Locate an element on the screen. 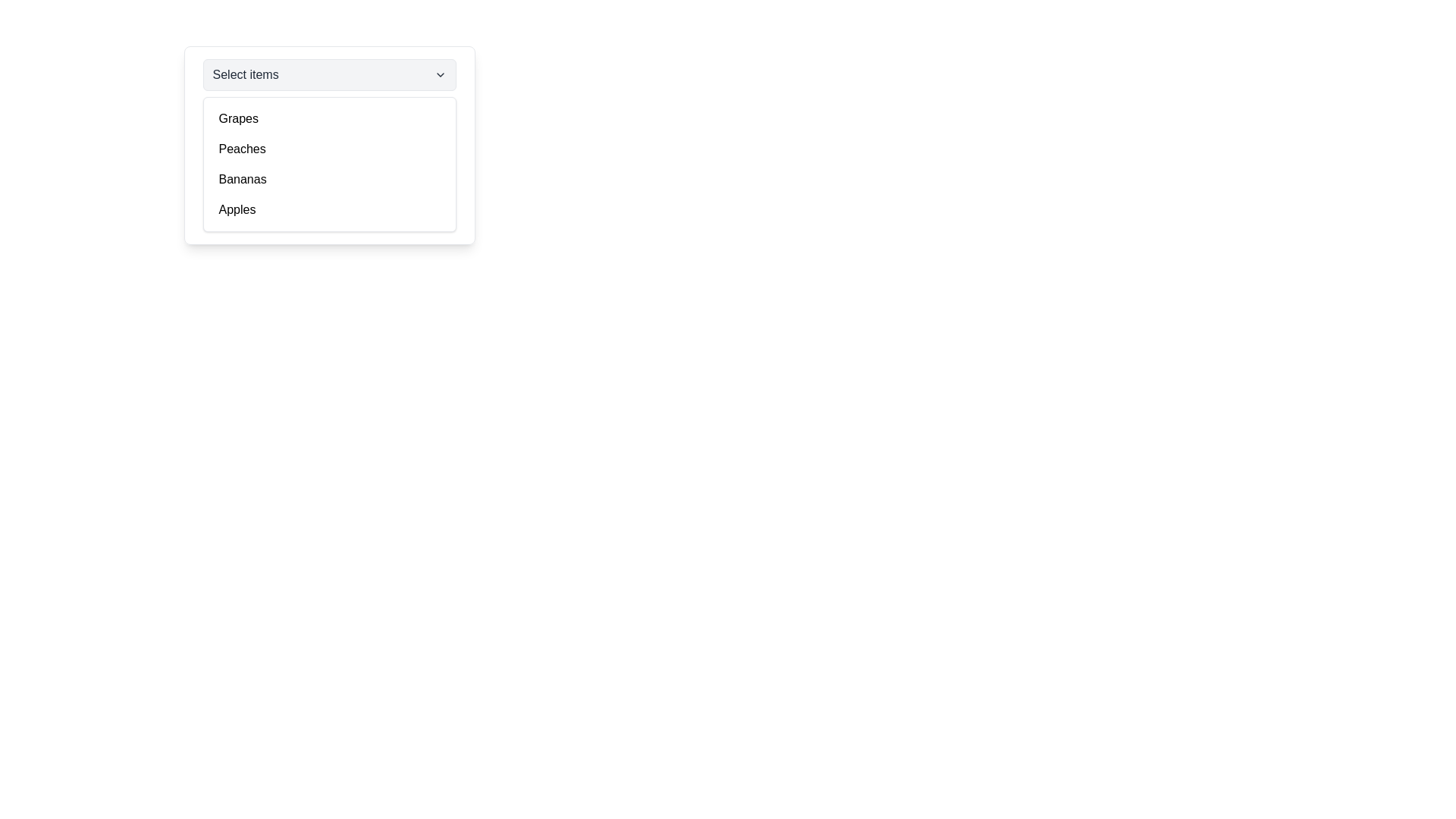 The width and height of the screenshot is (1456, 819). to select the 'Apples' option from the dropdown menu, which is the fourth item in the list below 'Grapes', 'Peaches', and 'Bananas' is located at coordinates (328, 210).